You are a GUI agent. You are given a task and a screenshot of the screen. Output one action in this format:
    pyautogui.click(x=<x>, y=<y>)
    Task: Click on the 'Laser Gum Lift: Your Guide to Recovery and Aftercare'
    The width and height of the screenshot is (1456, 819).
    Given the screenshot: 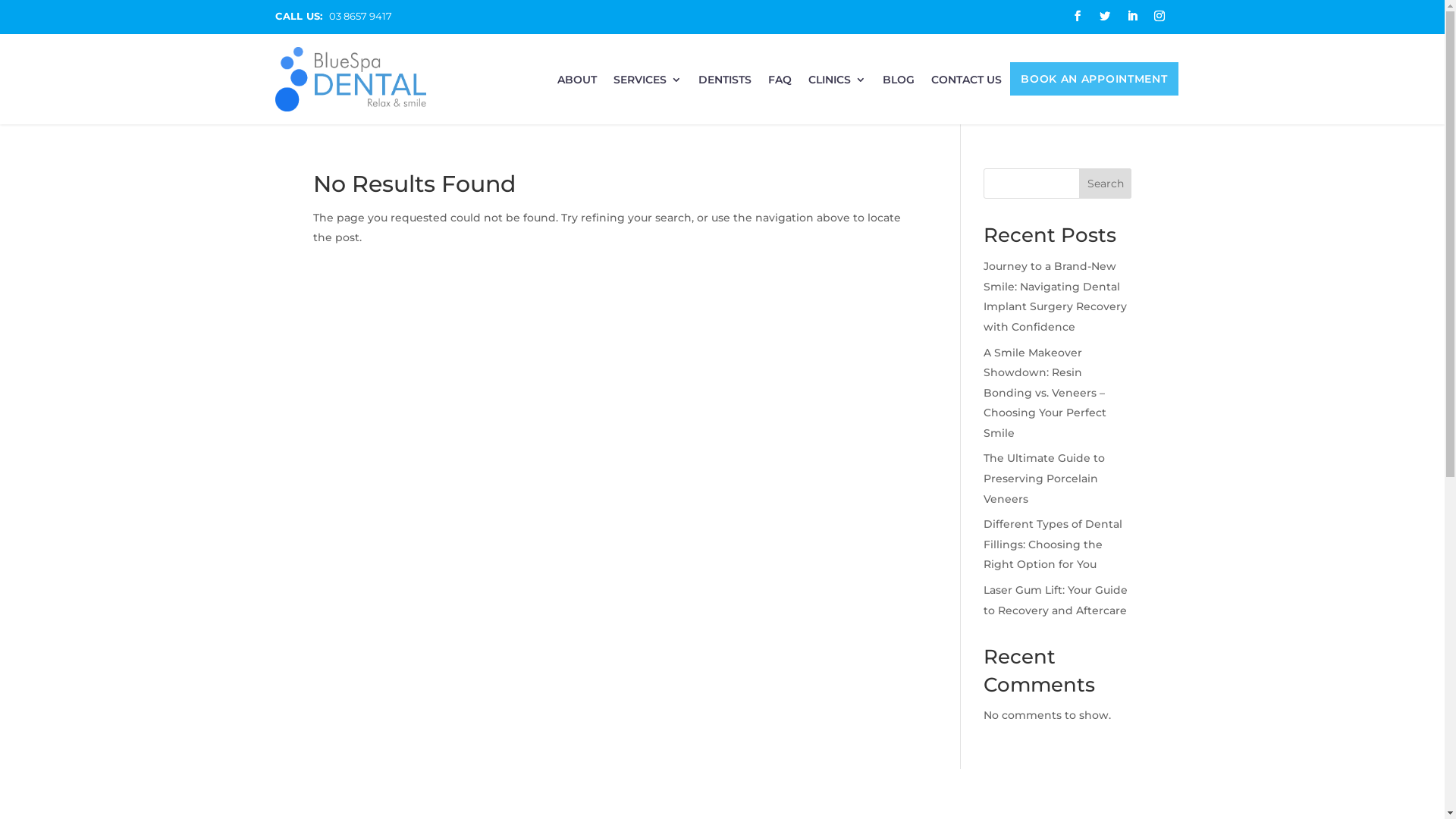 What is the action you would take?
    pyautogui.click(x=1055, y=599)
    